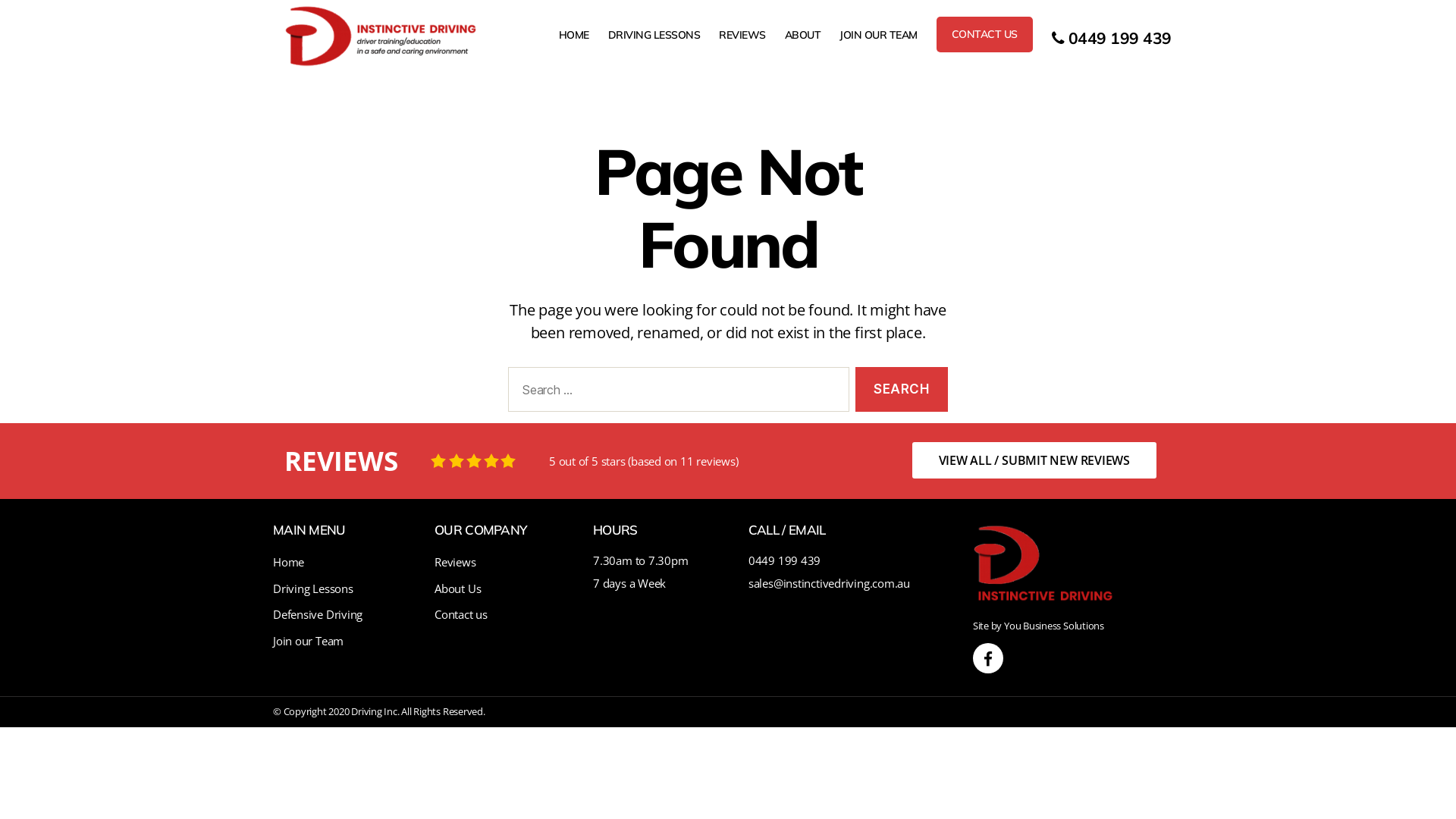 The image size is (1456, 819). I want to click on 'Driving Lessons', so click(312, 587).